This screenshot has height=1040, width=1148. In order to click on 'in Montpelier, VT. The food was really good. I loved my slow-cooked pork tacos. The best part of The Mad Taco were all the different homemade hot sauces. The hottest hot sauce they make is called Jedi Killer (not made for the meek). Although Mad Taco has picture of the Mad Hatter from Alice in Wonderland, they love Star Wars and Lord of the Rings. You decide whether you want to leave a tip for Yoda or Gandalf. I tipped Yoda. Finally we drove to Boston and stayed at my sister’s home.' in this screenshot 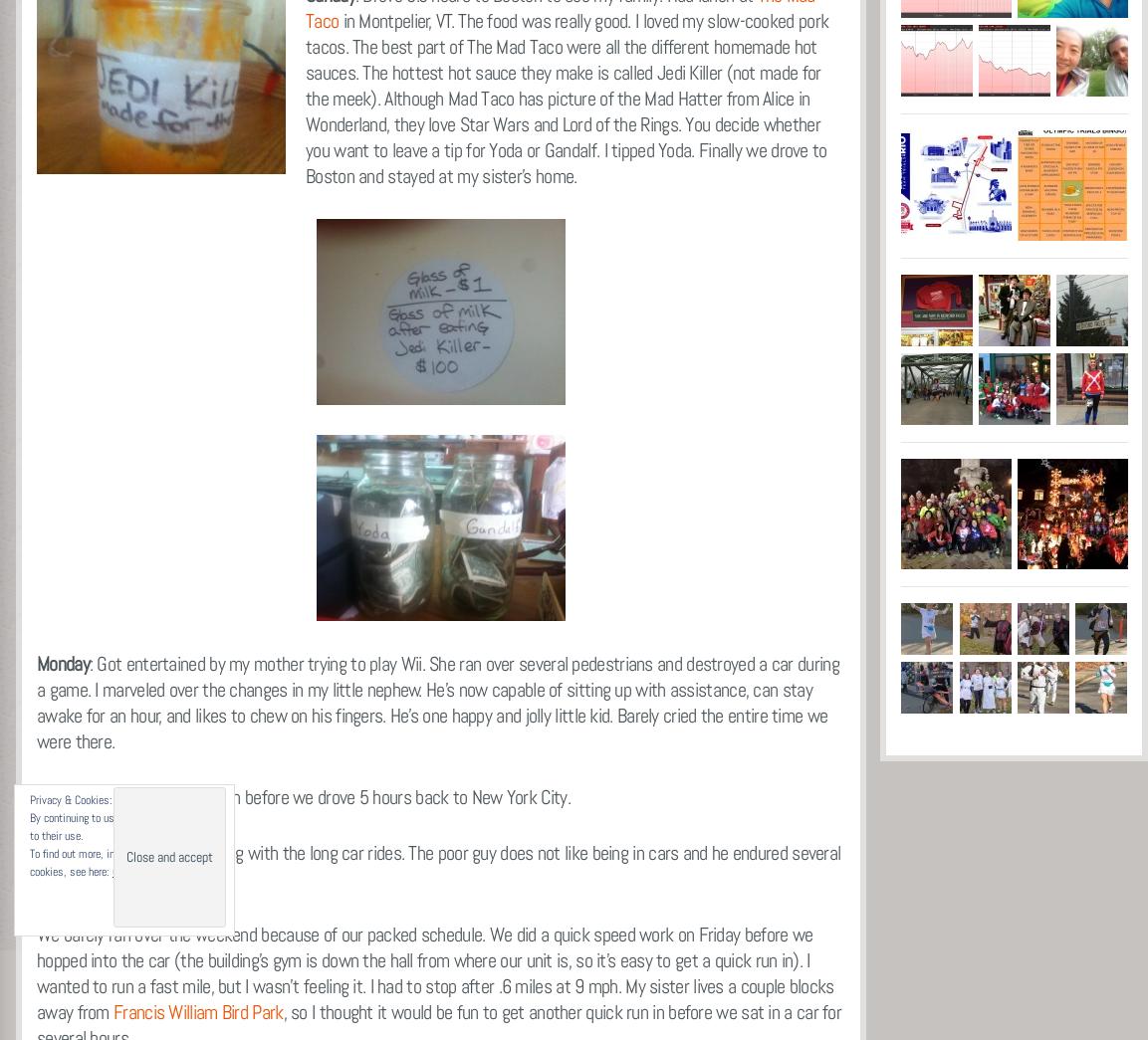, I will do `click(566, 98)`.